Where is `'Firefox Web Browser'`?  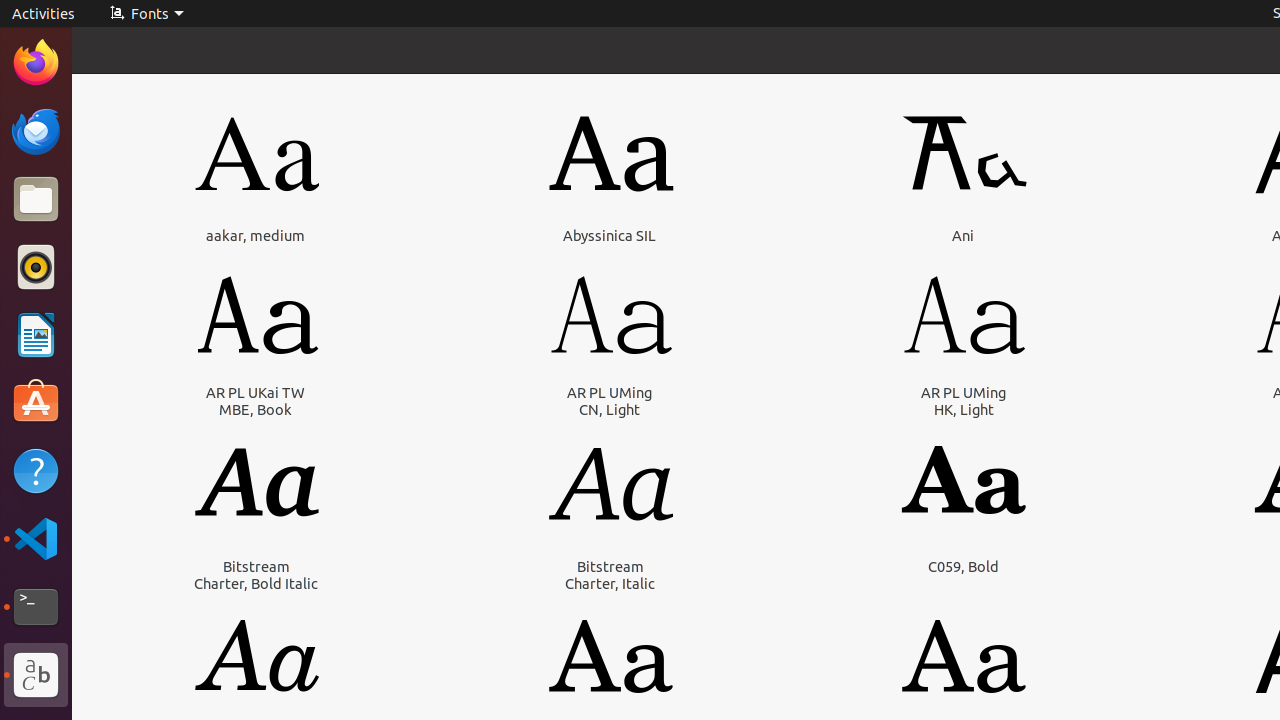 'Firefox Web Browser' is located at coordinates (35, 61).